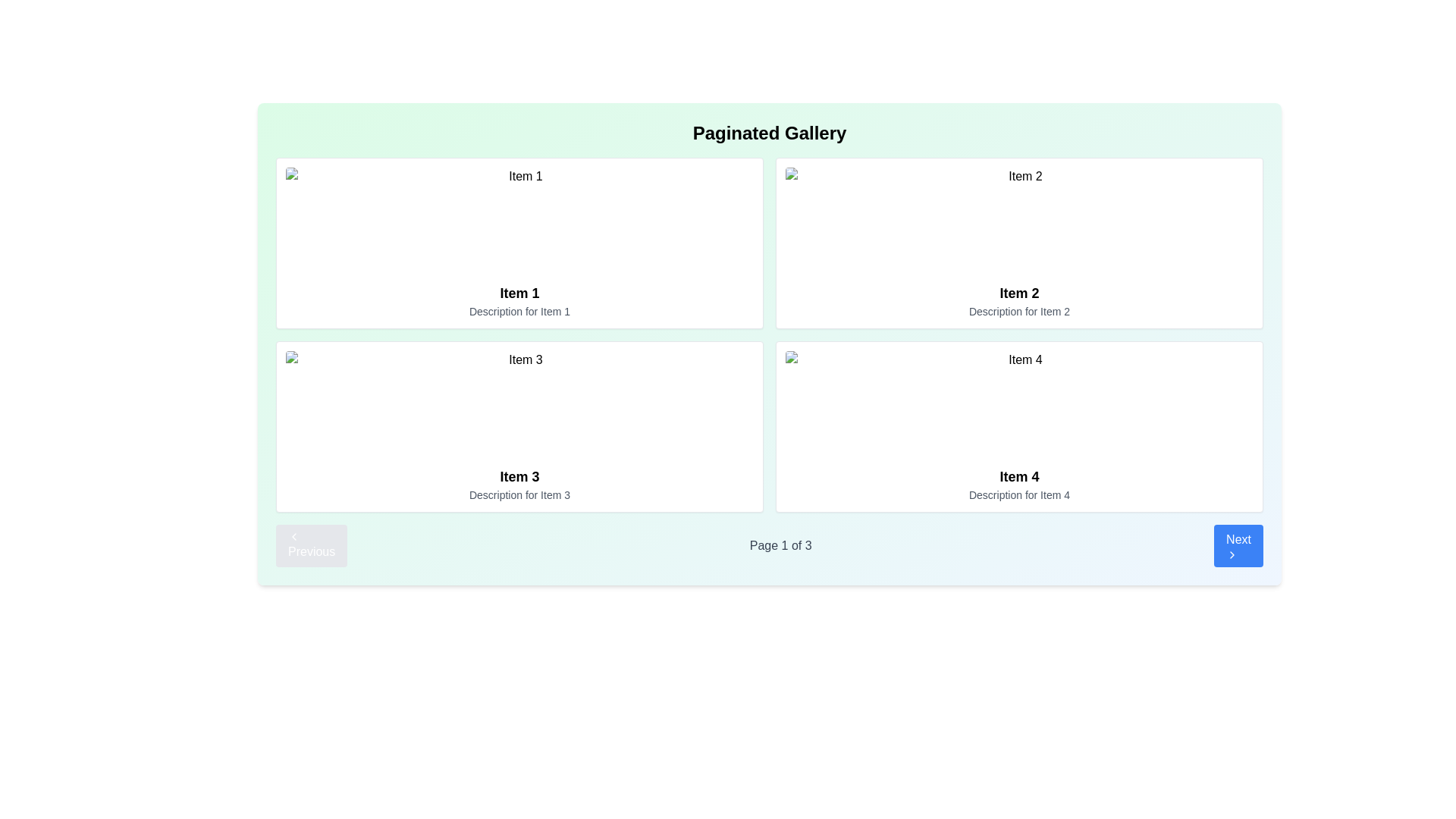 This screenshot has height=819, width=1456. I want to click on the vibrant blue 'Next' button with white text and an arrow icon, so click(1238, 546).